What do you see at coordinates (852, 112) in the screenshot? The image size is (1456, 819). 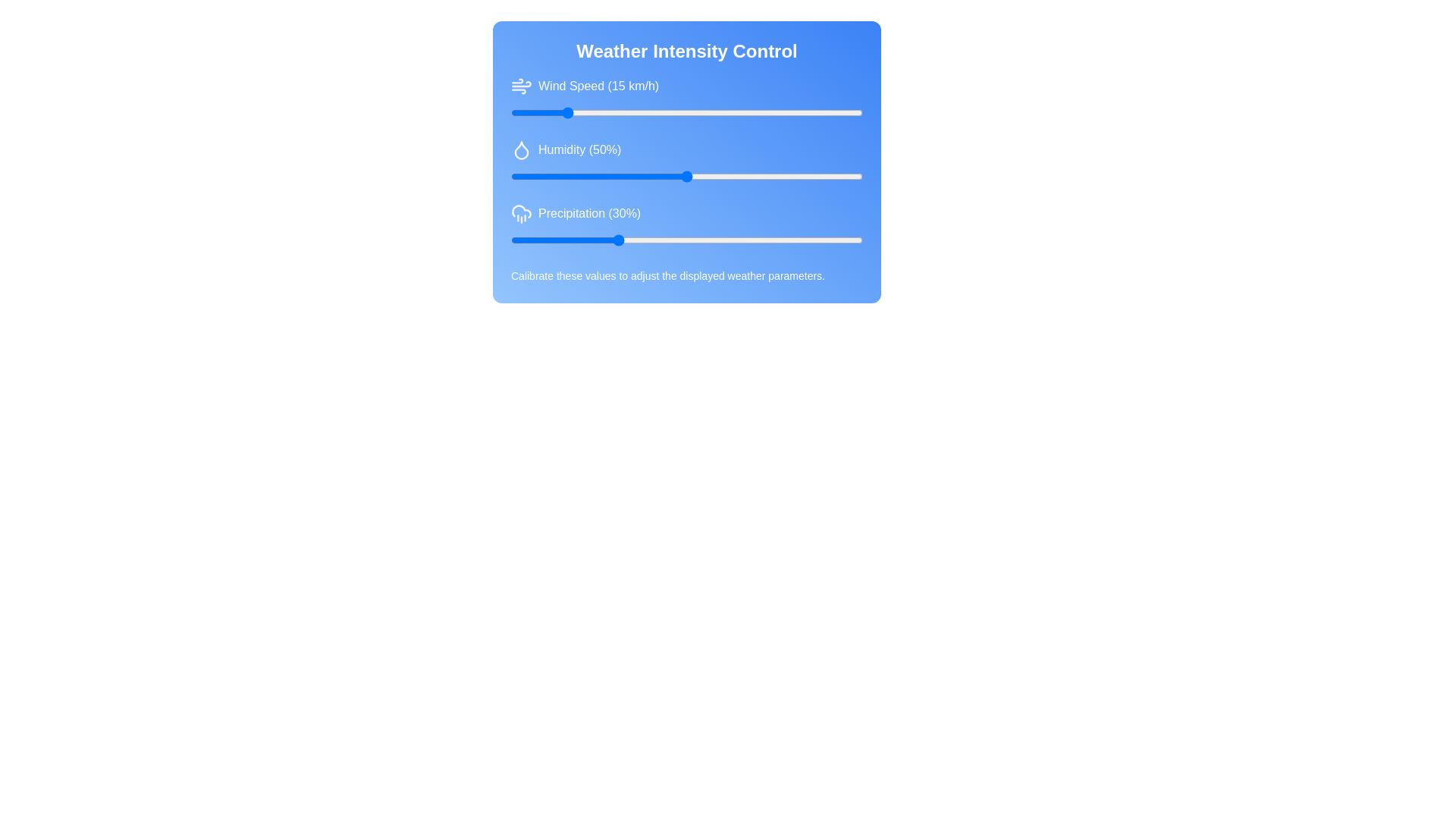 I see `the wind speed` at bounding box center [852, 112].